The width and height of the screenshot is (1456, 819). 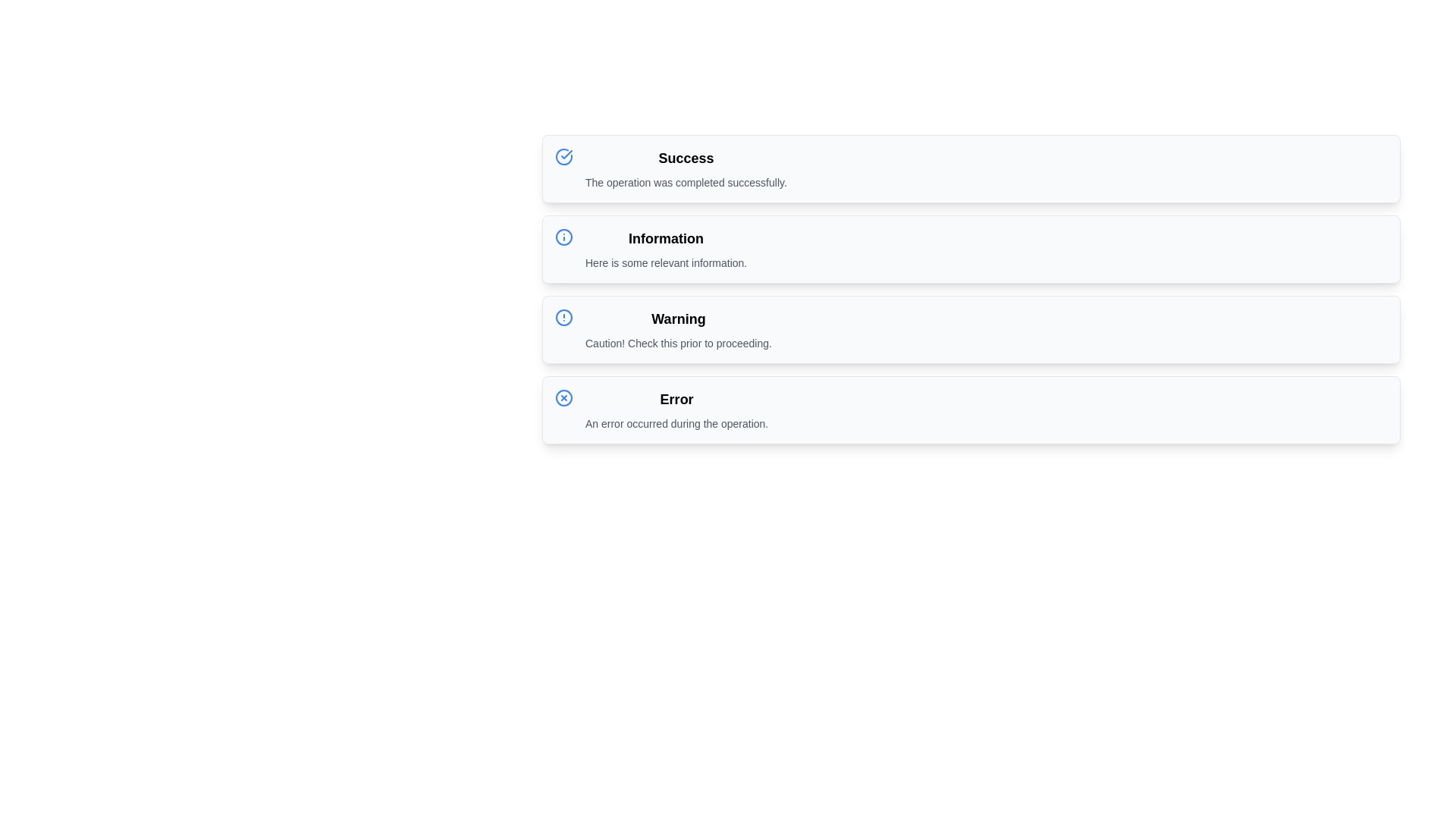 I want to click on the bold text label displaying 'Information' at the top of the notification card, so click(x=666, y=239).